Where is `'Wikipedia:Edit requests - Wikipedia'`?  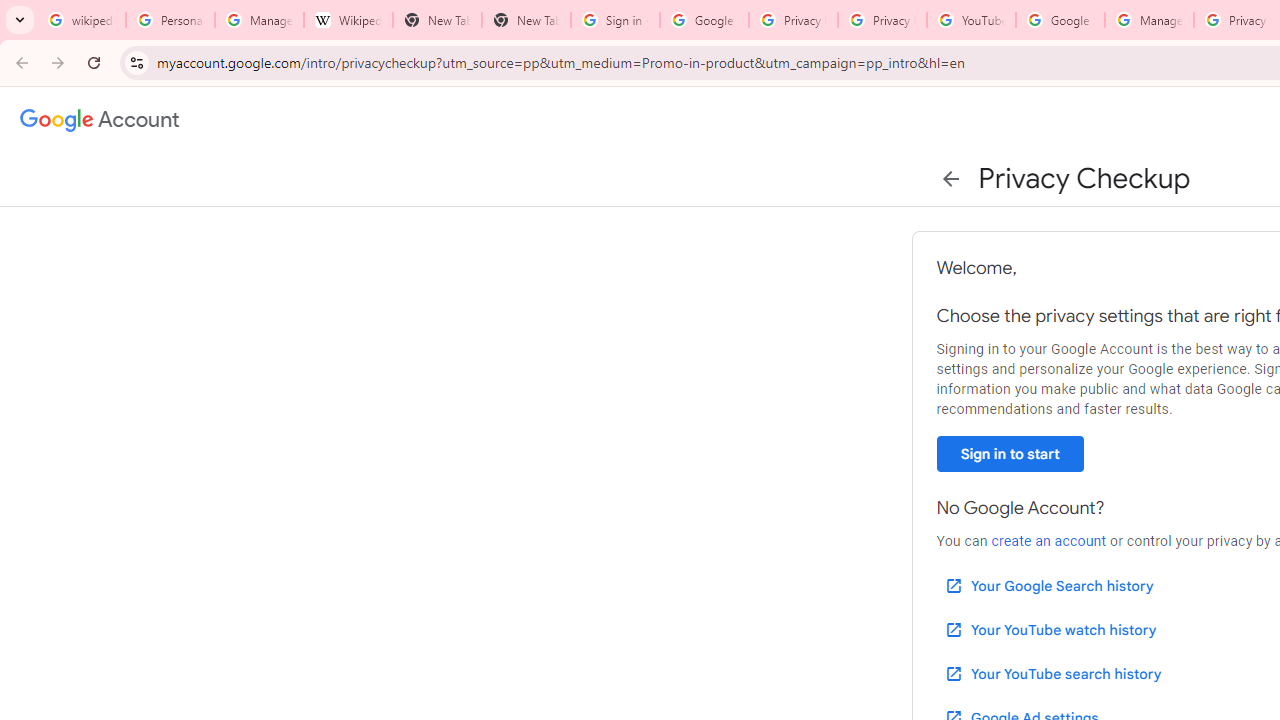
'Wikipedia:Edit requests - Wikipedia' is located at coordinates (348, 20).